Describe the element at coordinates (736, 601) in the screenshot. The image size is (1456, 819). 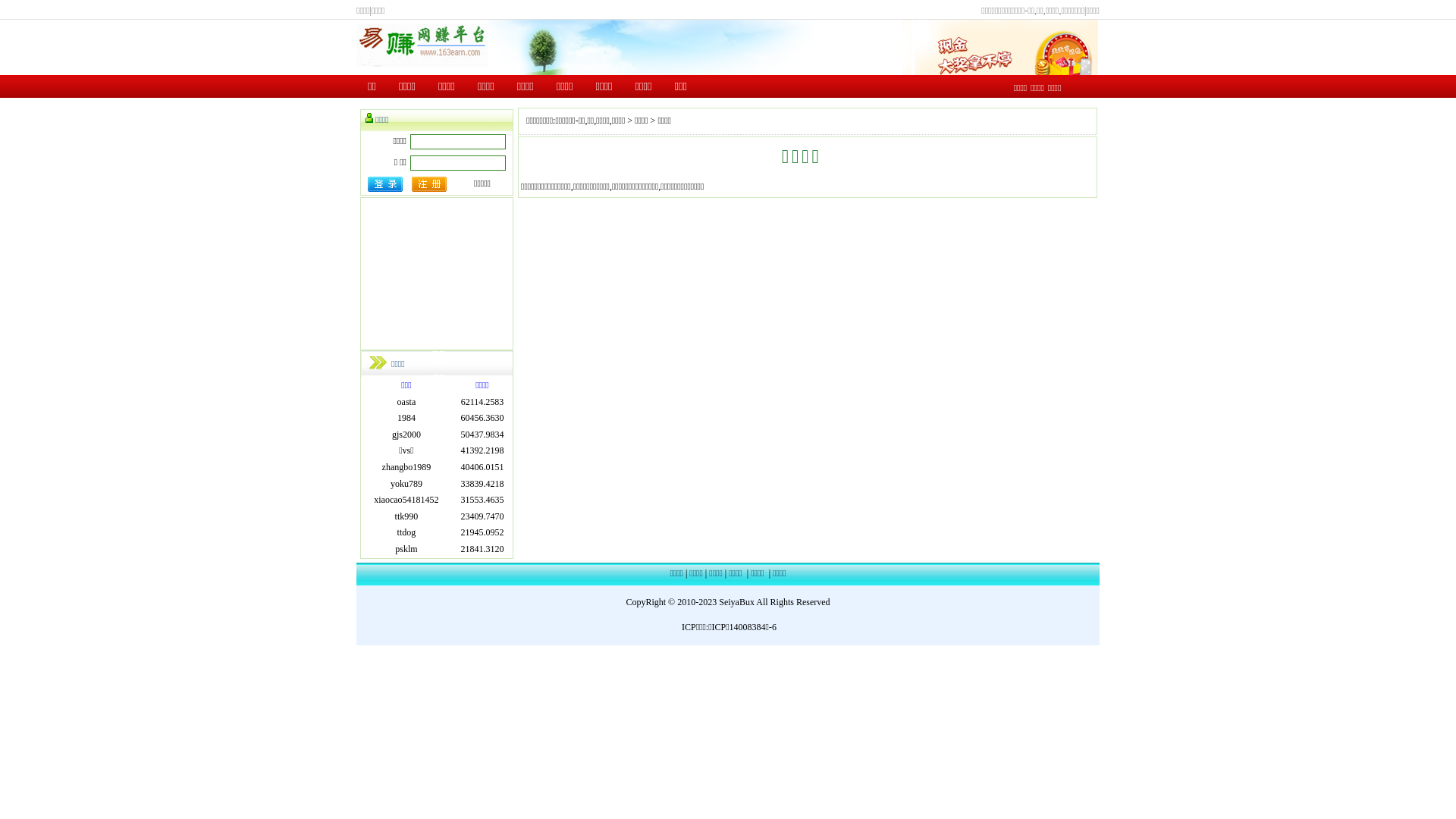
I see `'SeiyaBux'` at that location.